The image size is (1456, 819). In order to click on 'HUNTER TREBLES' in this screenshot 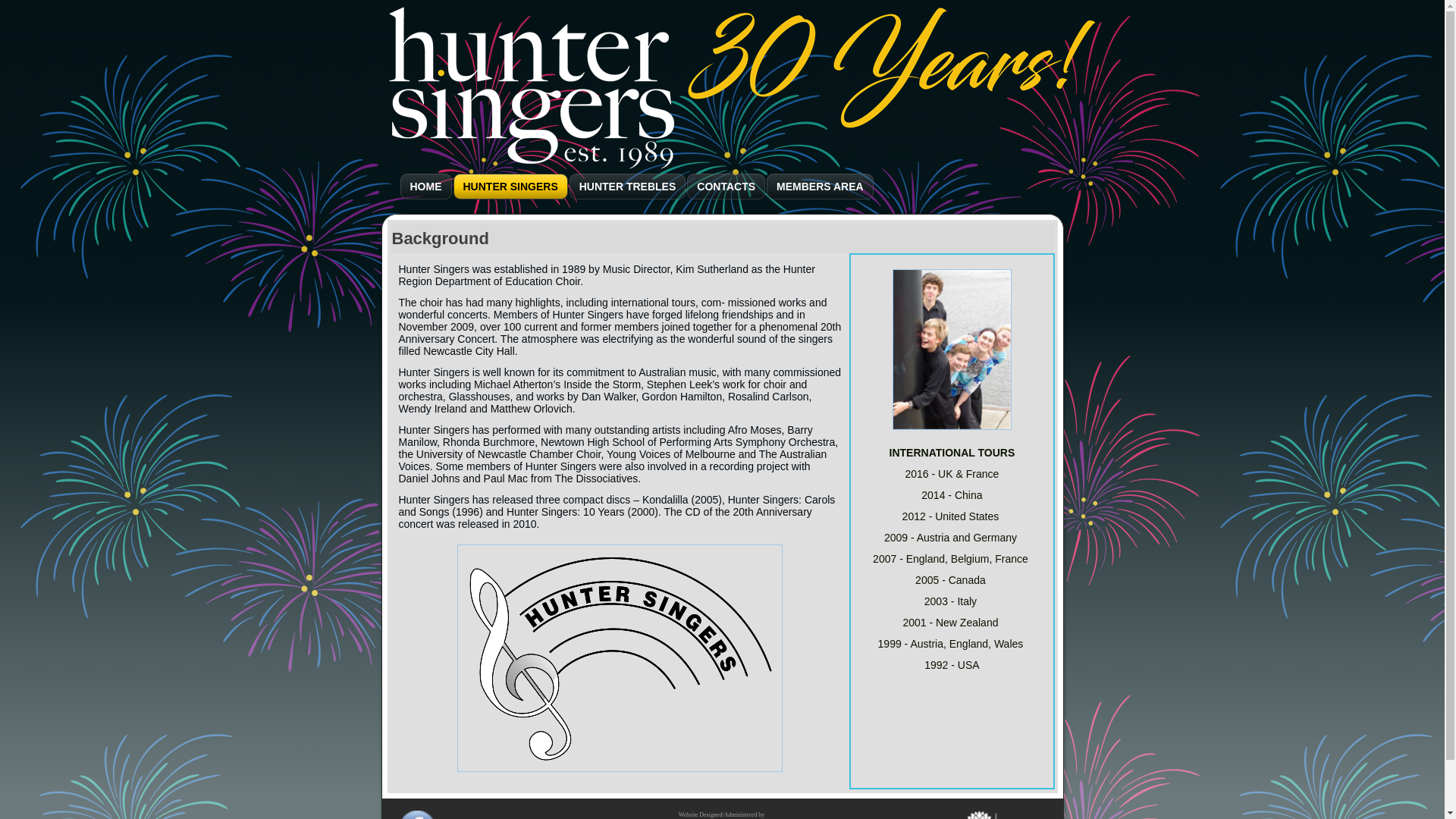, I will do `click(628, 186)`.